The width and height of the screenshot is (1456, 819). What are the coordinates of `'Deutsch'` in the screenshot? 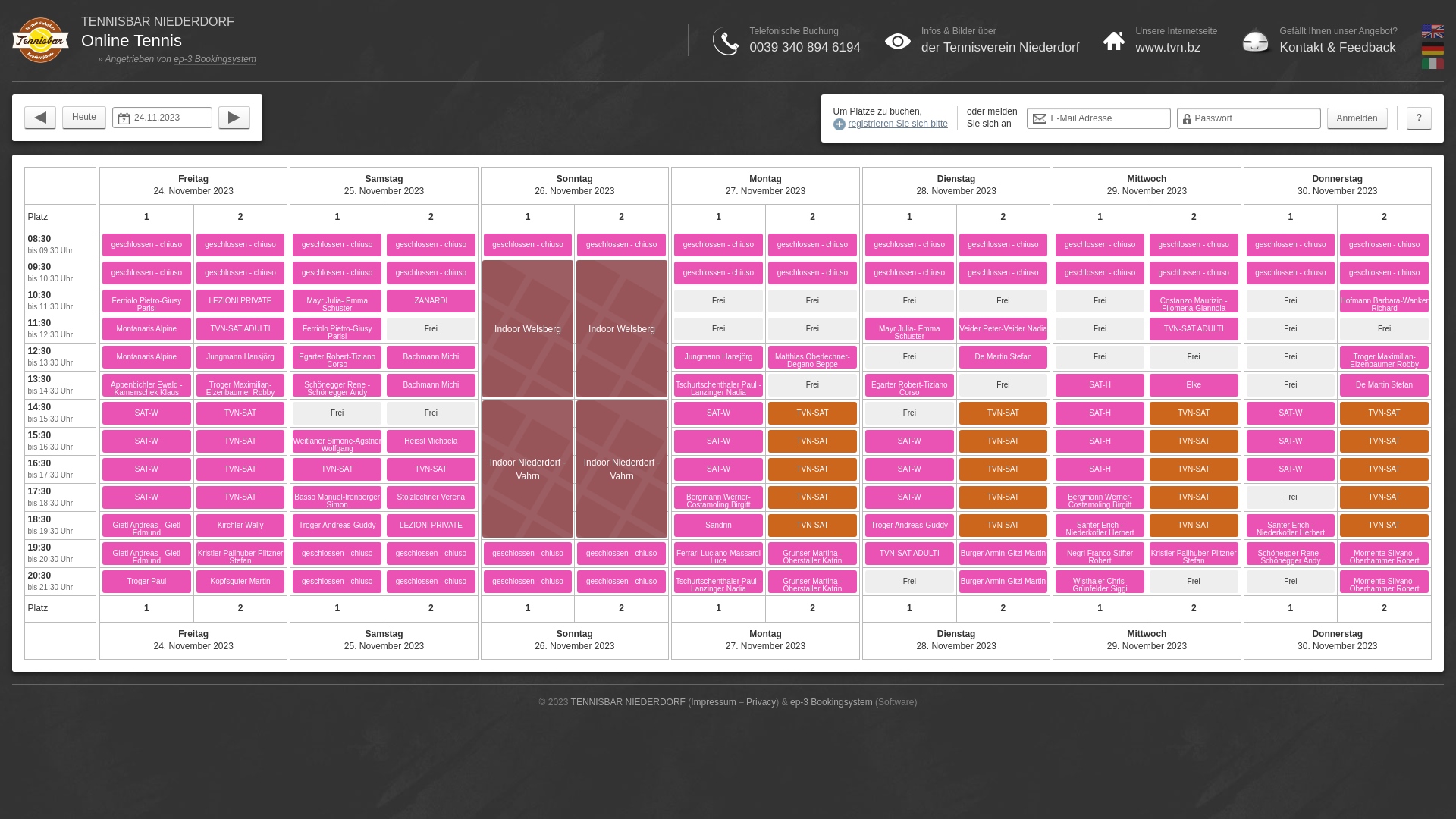 It's located at (1432, 52).